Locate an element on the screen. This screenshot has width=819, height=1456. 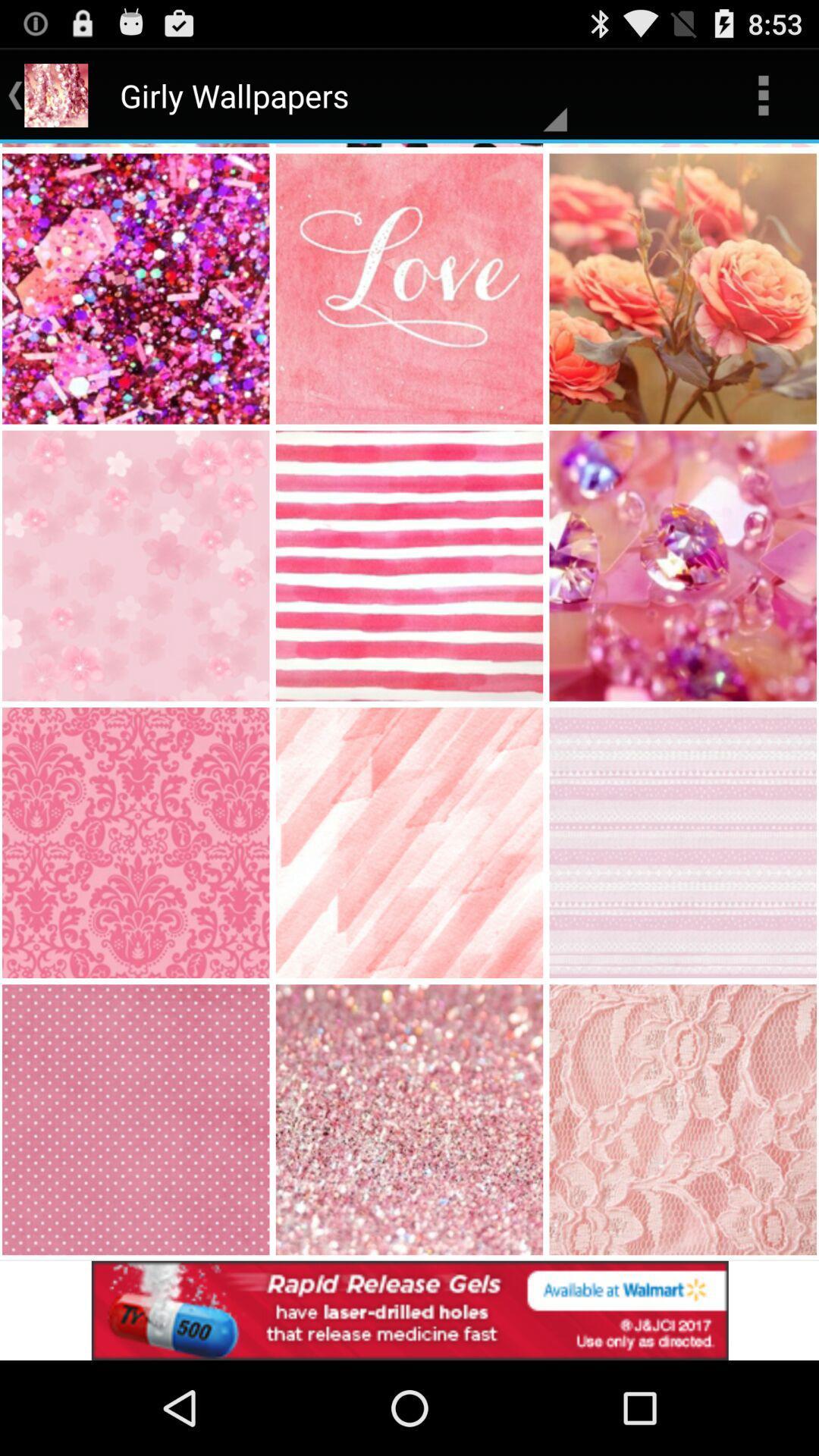
open advertisement is located at coordinates (409, 1310).